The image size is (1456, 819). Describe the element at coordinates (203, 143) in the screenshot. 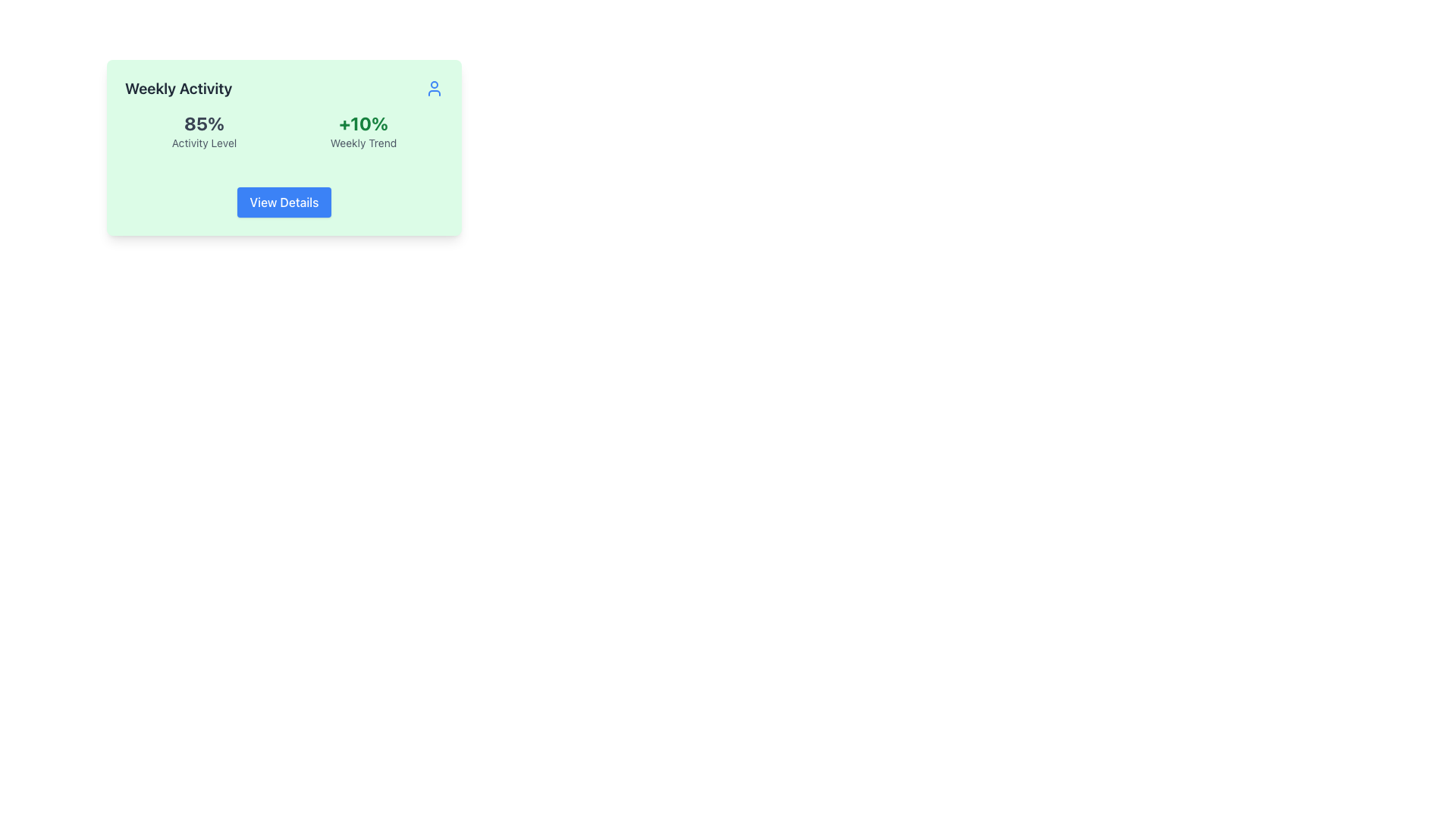

I see `the label element that provides context for the numeric value '85%' located within the 'Weekly Activity' card` at that location.